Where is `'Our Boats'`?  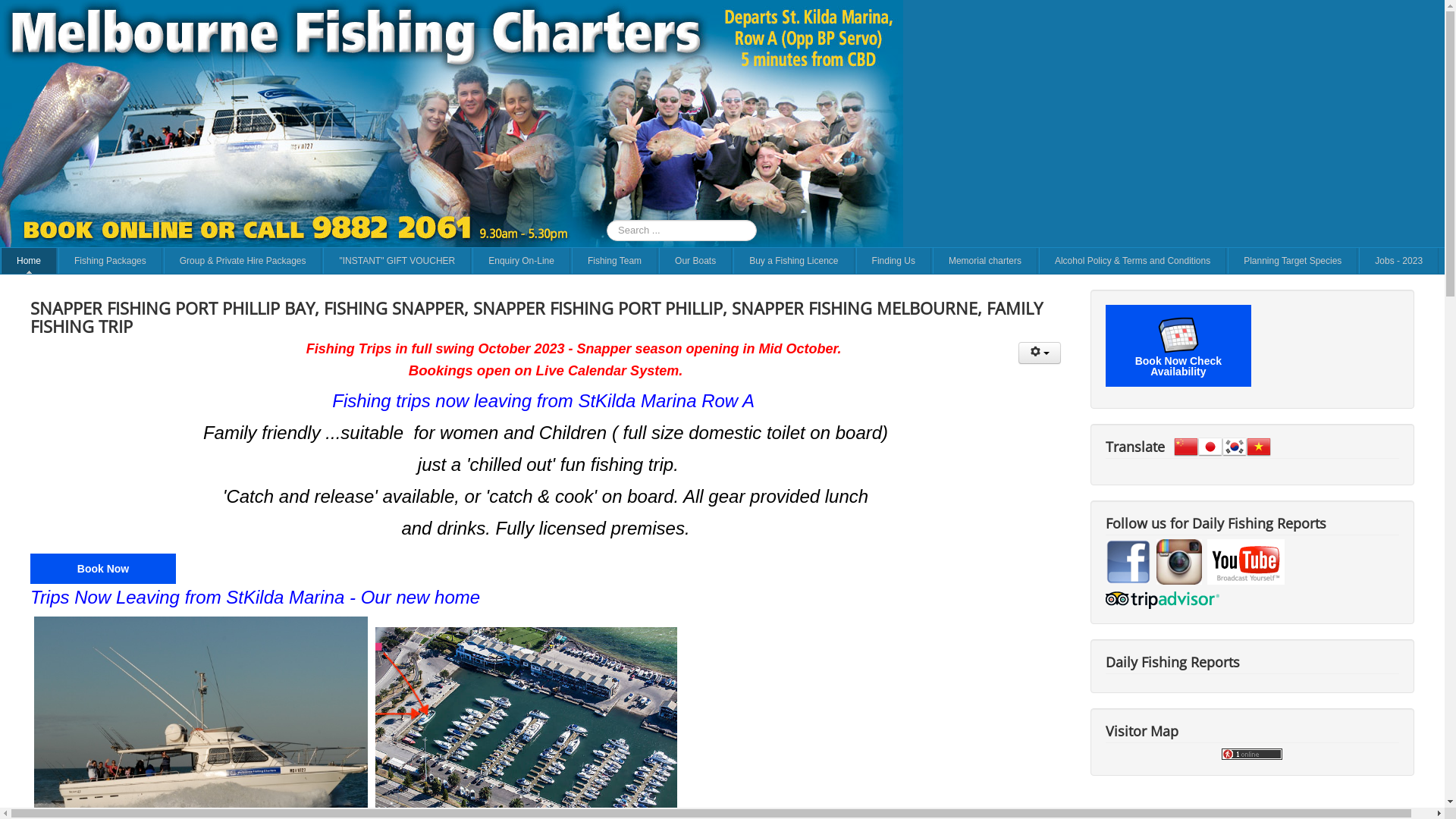 'Our Boats' is located at coordinates (694, 259).